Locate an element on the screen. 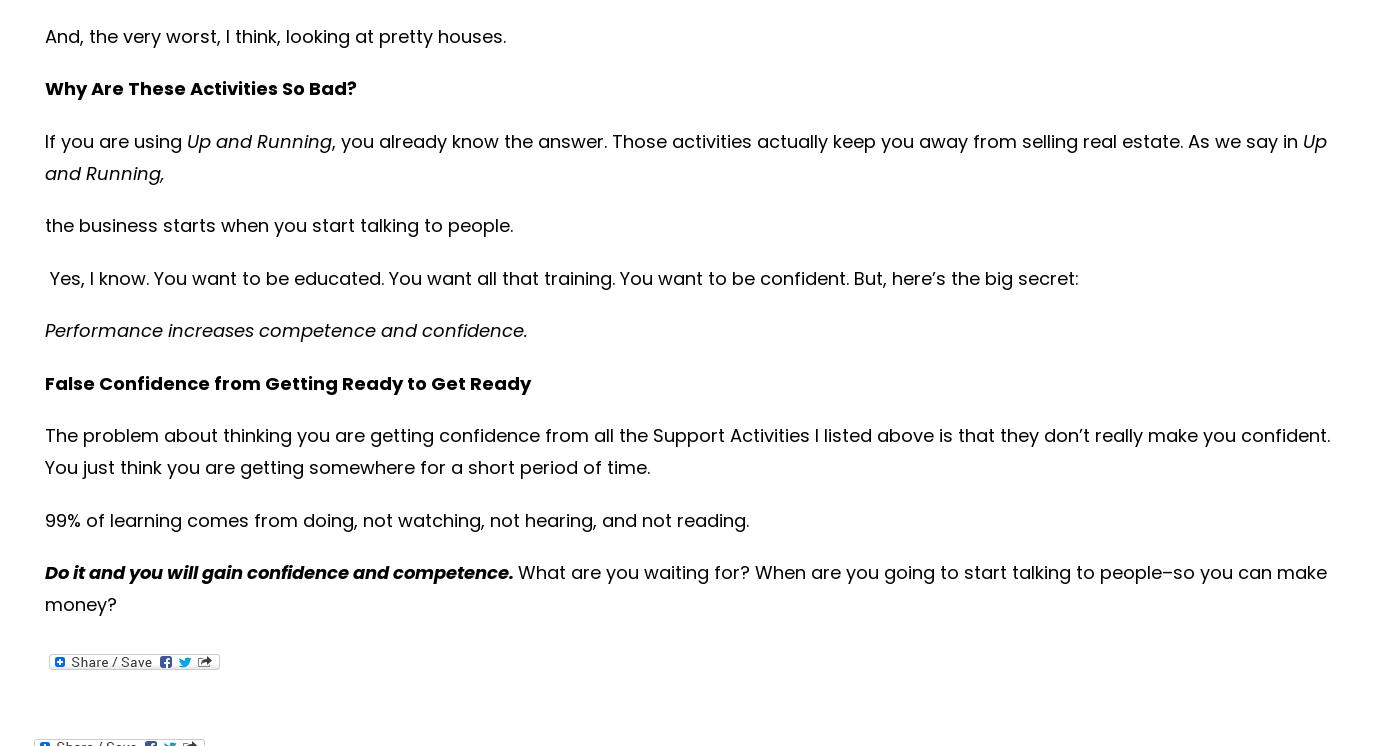 The width and height of the screenshot is (1400, 746). 'Up and Running' is located at coordinates (258, 139).